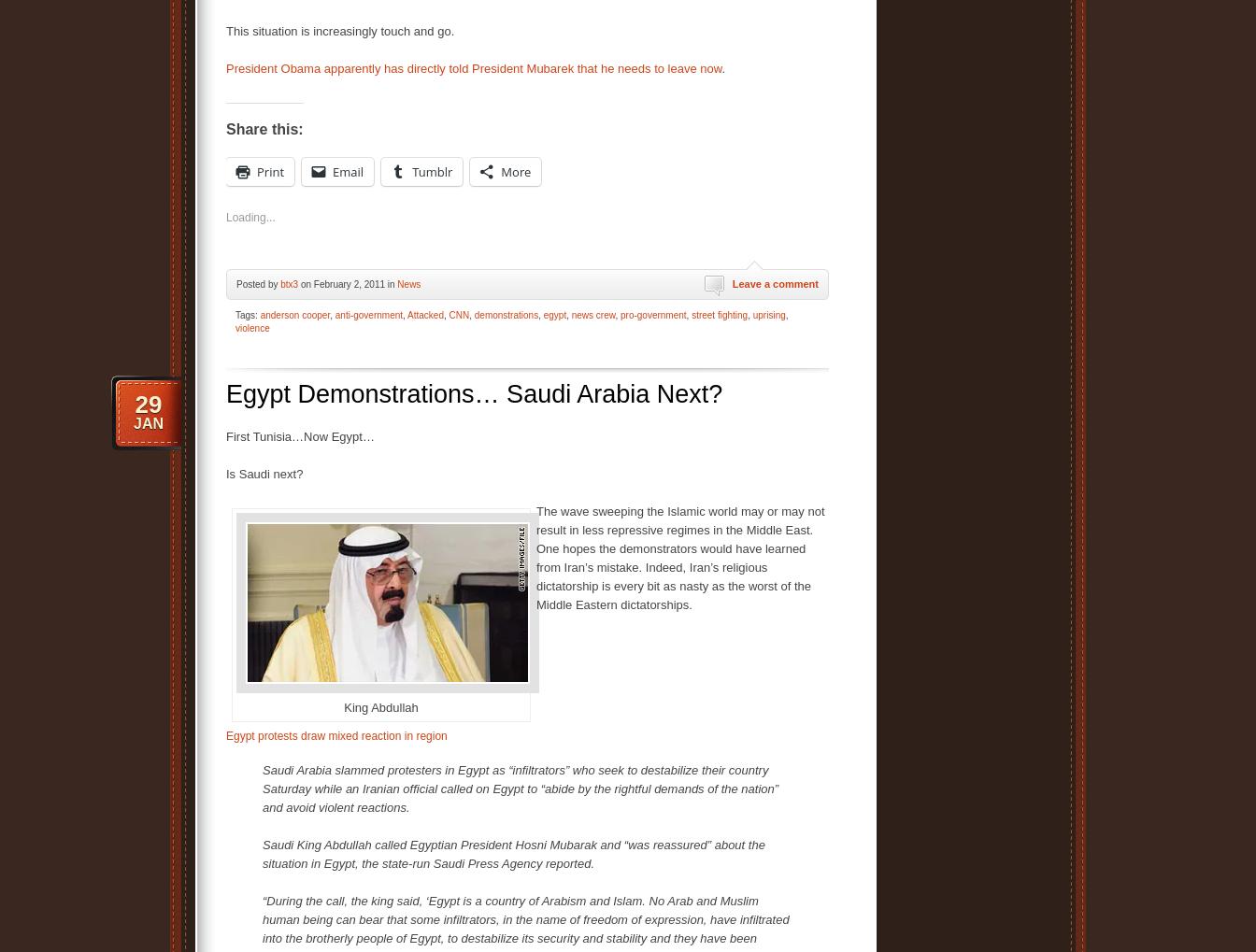  I want to click on 'President Obama apparently has directly told President Mubarek that he needs to leave now', so click(473, 67).